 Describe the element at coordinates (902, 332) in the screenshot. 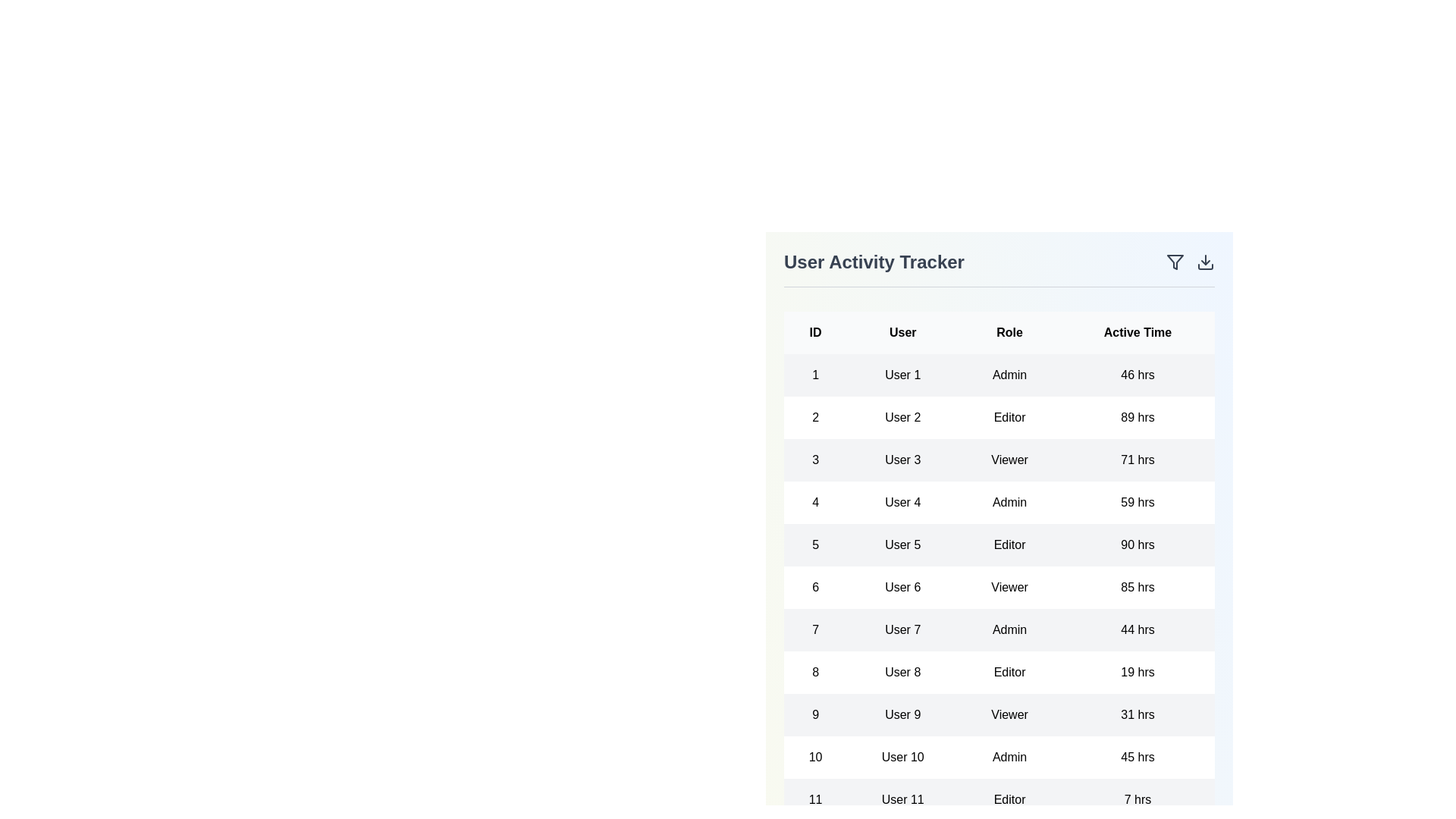

I see `the column header User to sort the table by that column` at that location.